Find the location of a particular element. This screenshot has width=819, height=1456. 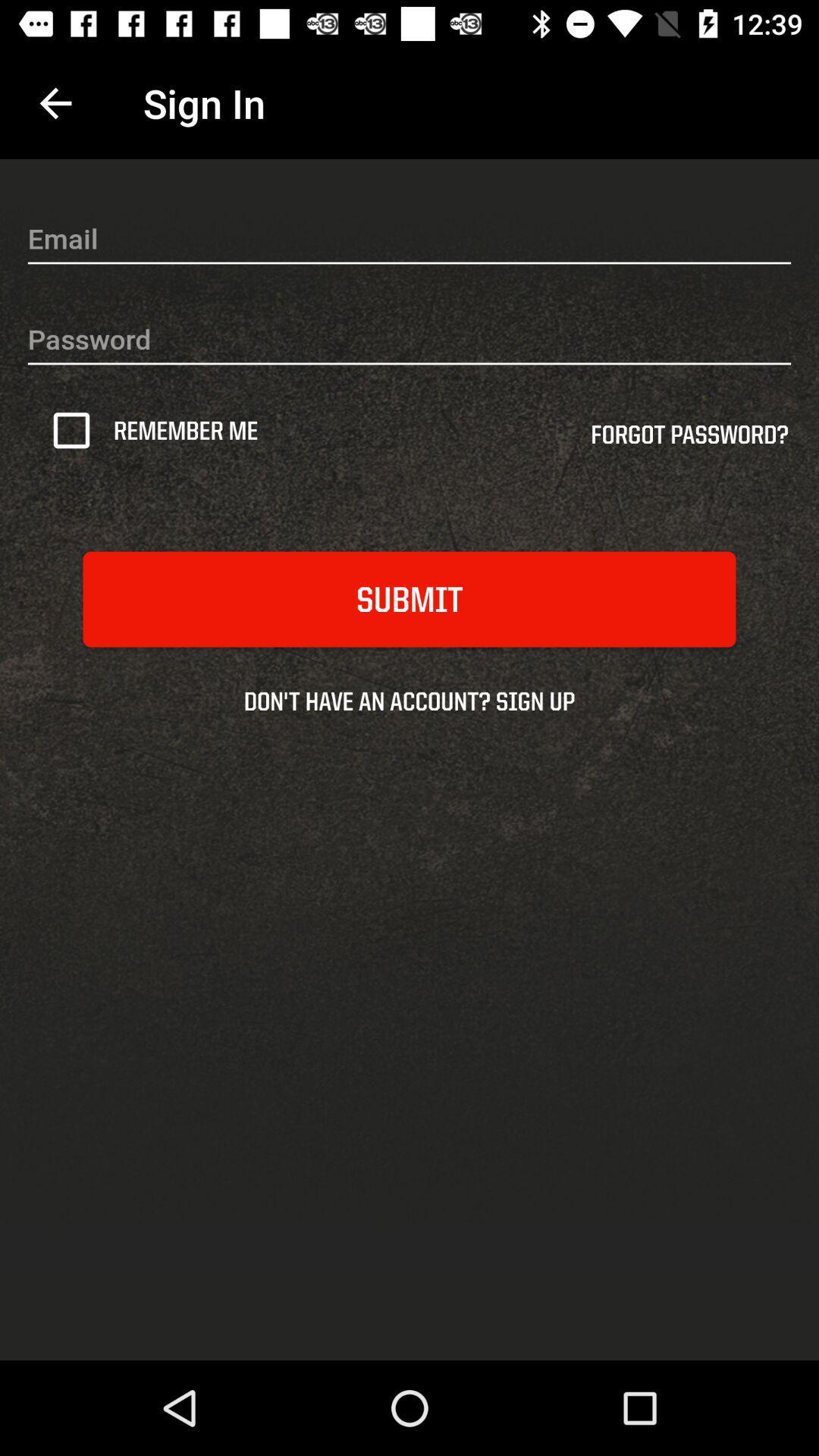

icon above the submit is located at coordinates (689, 439).